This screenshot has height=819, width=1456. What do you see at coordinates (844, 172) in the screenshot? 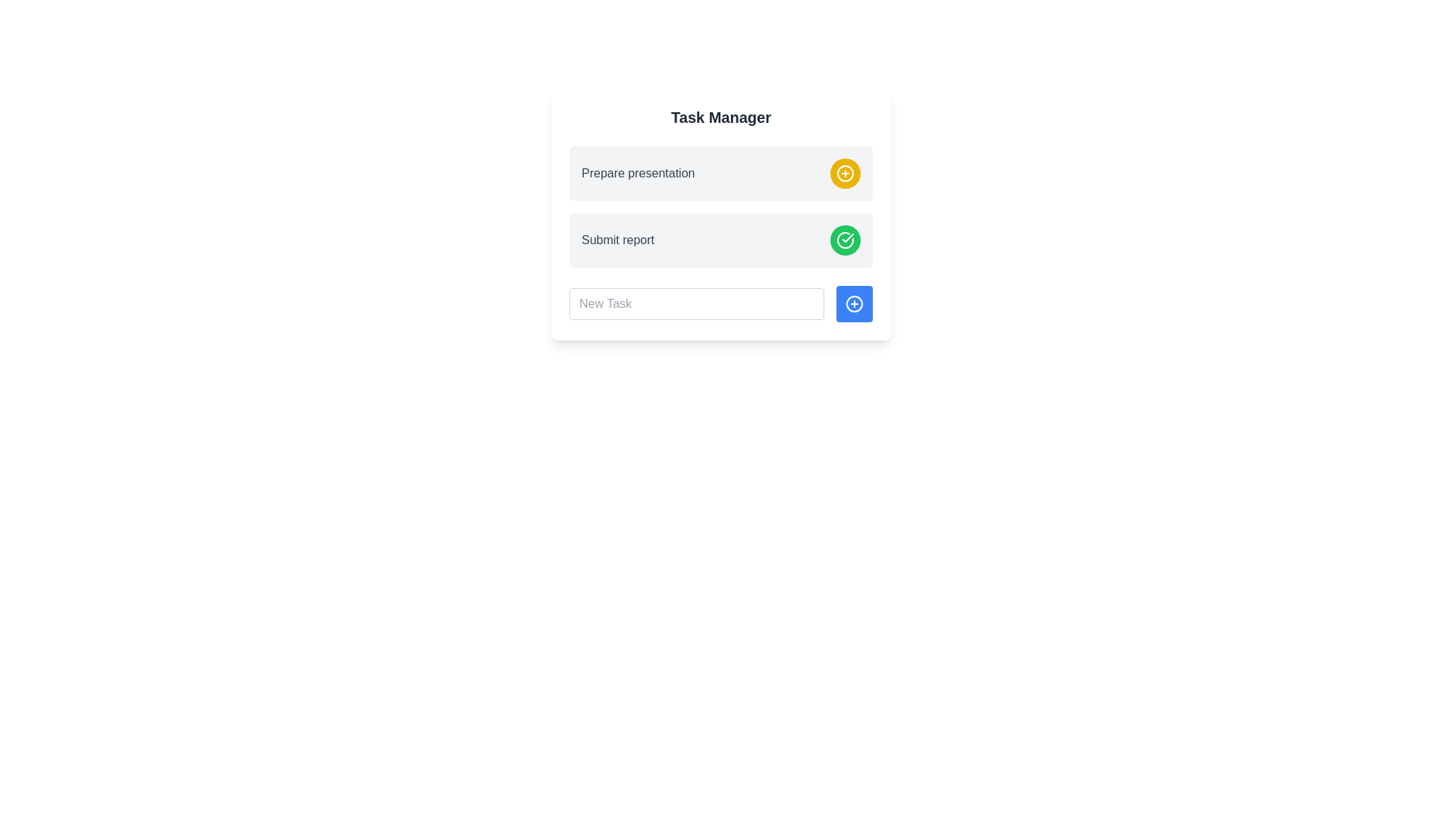
I see `the addition Icon button located on the right-hand side of the 'Prepare presentation' list item in the task list` at bounding box center [844, 172].